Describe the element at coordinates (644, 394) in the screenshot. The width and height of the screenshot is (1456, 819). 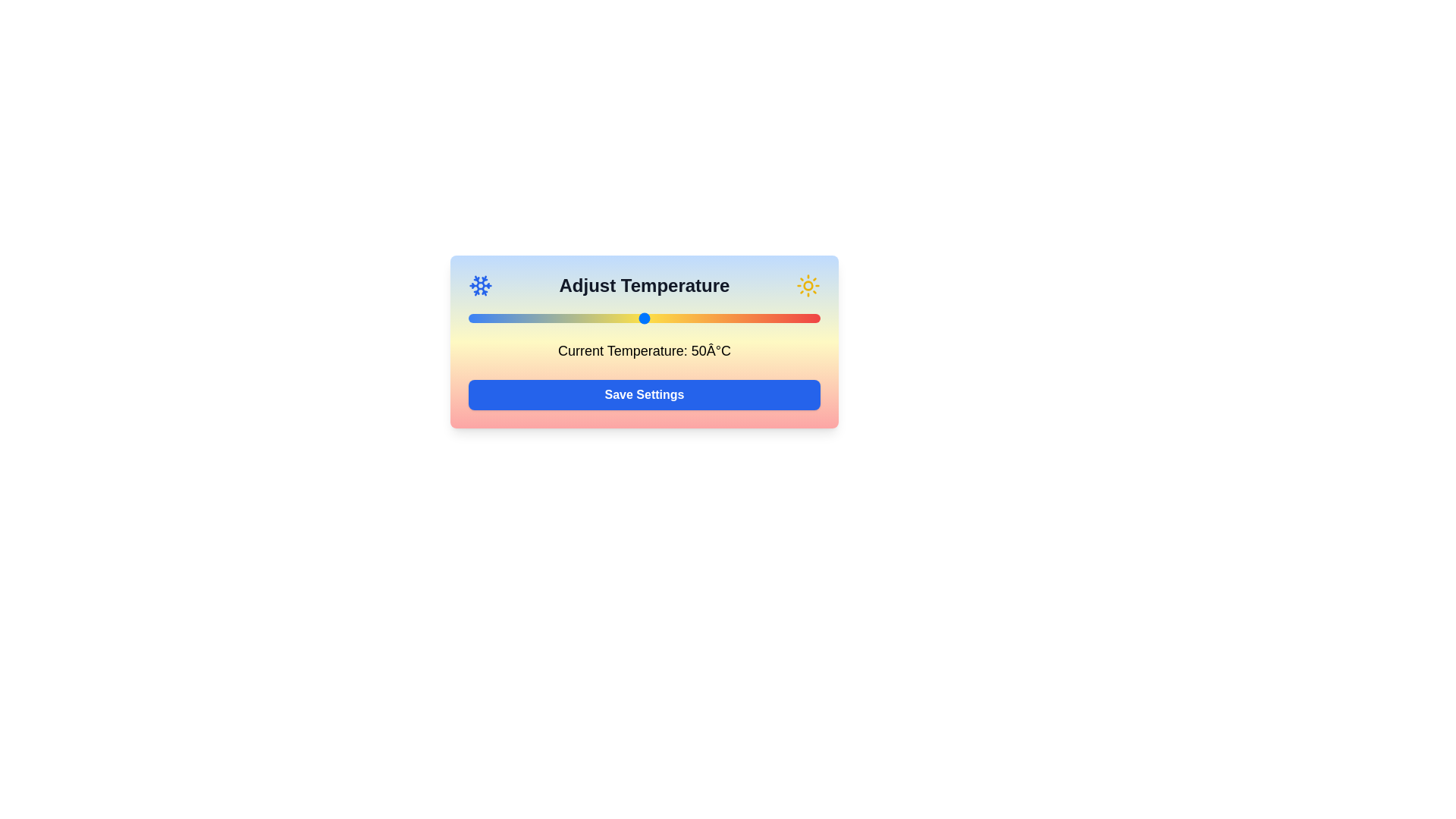
I see `'Save Settings' button to save the current temperature setting` at that location.